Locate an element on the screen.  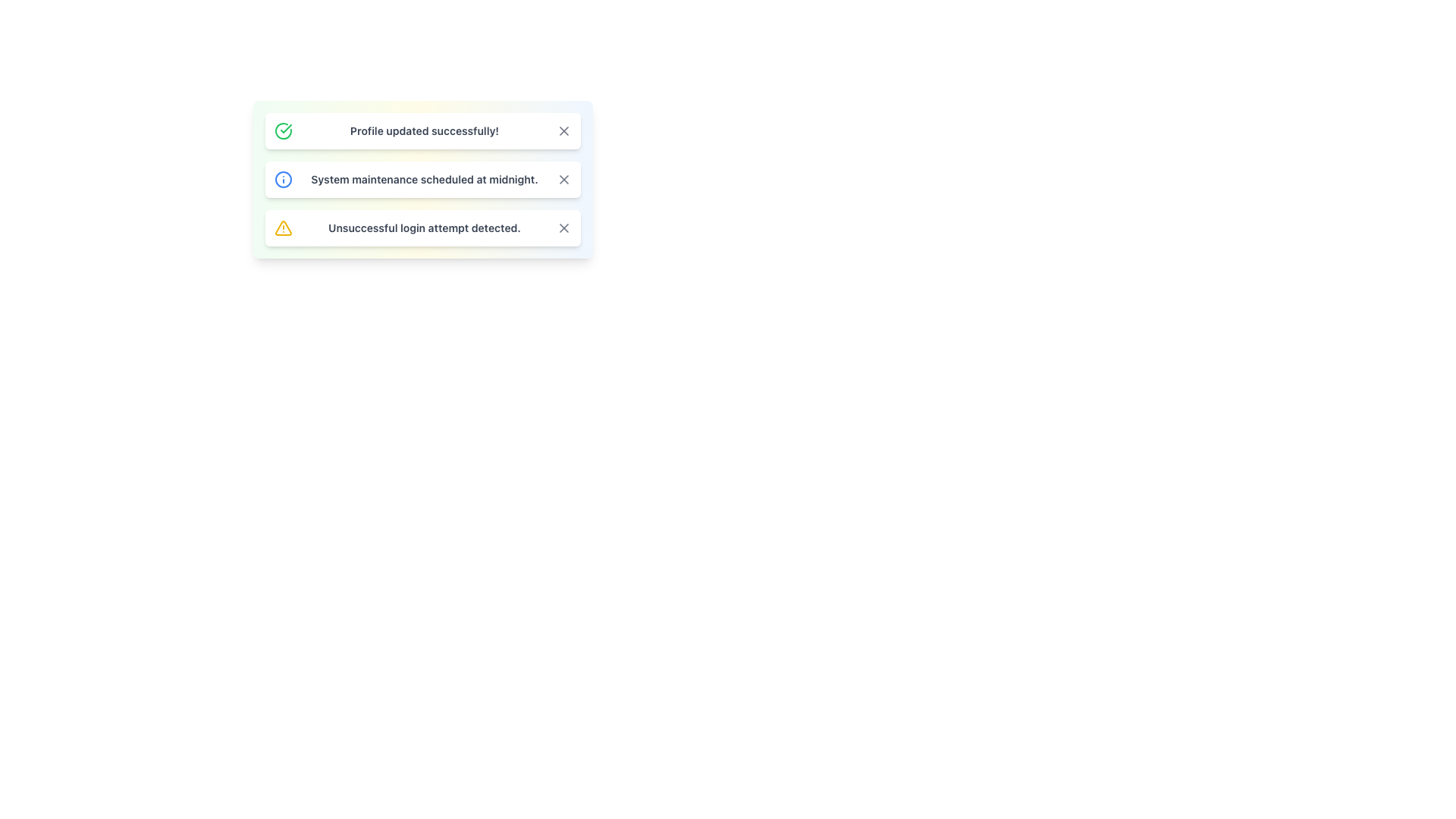
the upper-left to bottom-right diagonal segment of the 'X' icon used for closing notifications, located on the right side of the third notification panel is located at coordinates (563, 227).